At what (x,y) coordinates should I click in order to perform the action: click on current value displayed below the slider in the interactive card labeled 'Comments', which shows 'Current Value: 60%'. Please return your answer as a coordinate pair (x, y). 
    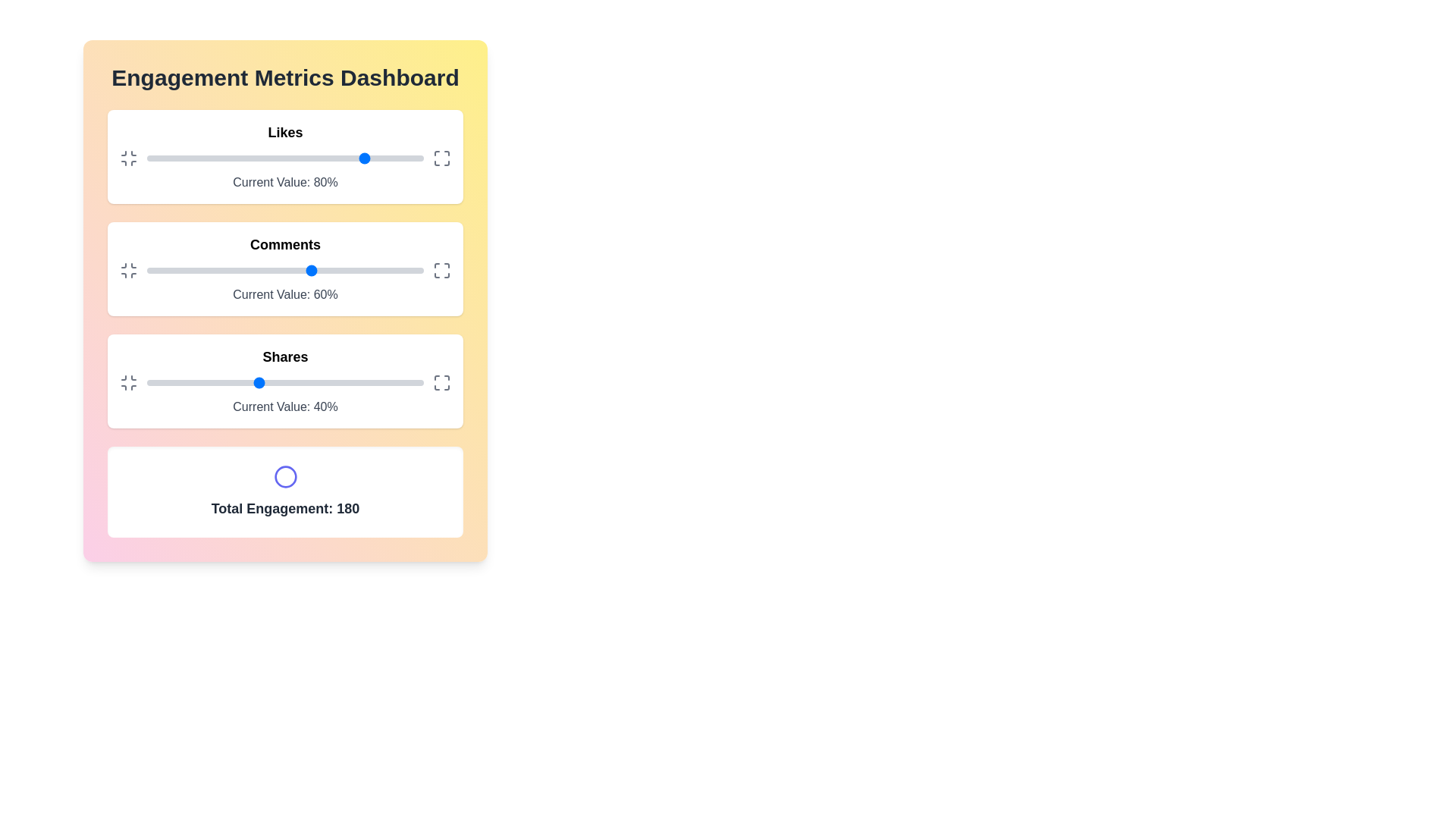
    Looking at the image, I should click on (285, 268).